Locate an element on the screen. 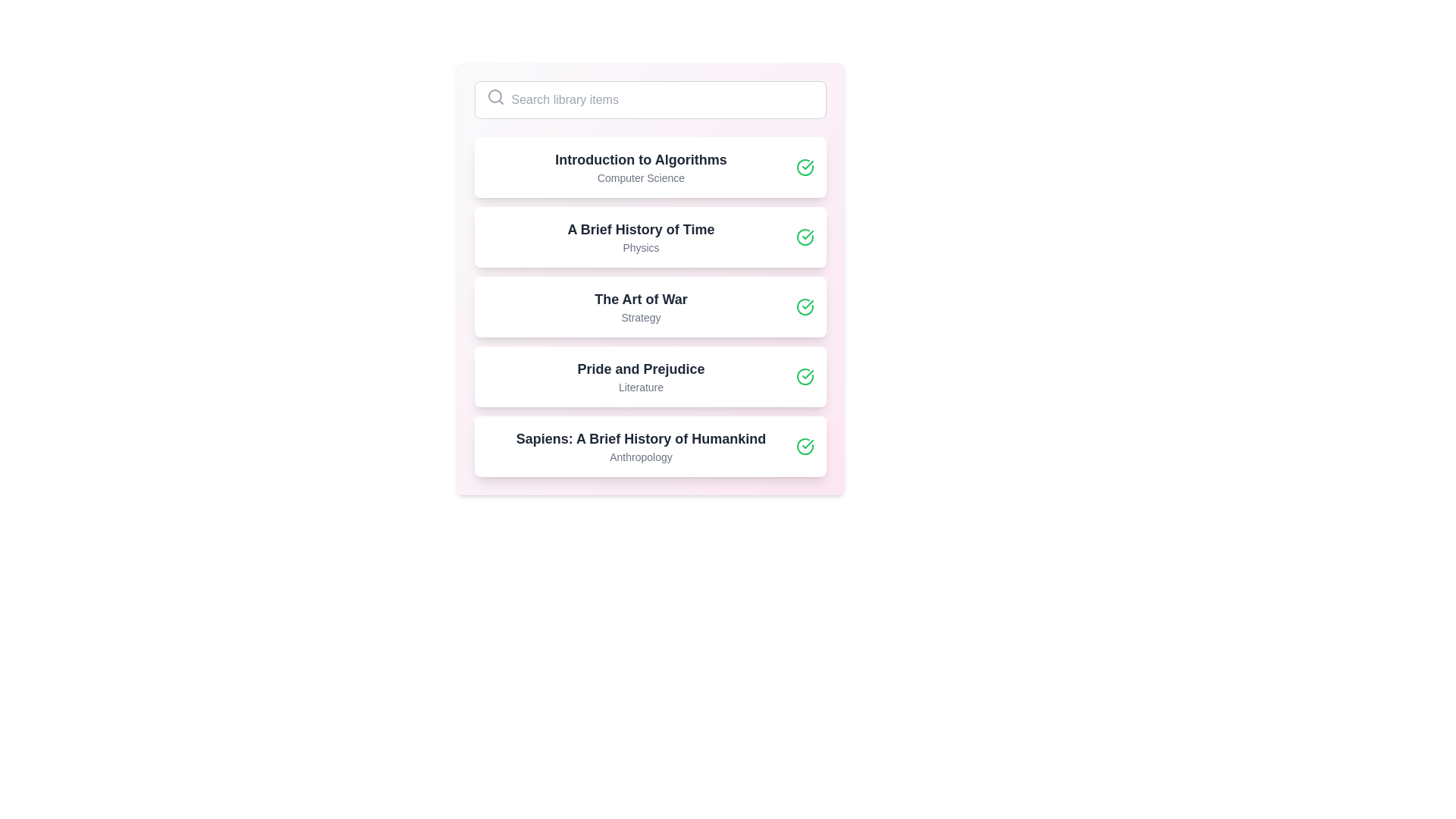  the Text Label that serves as the title for the book 'A Brief History of Time', which is located above the text 'Physics' in the second card of a vertical list is located at coordinates (641, 230).